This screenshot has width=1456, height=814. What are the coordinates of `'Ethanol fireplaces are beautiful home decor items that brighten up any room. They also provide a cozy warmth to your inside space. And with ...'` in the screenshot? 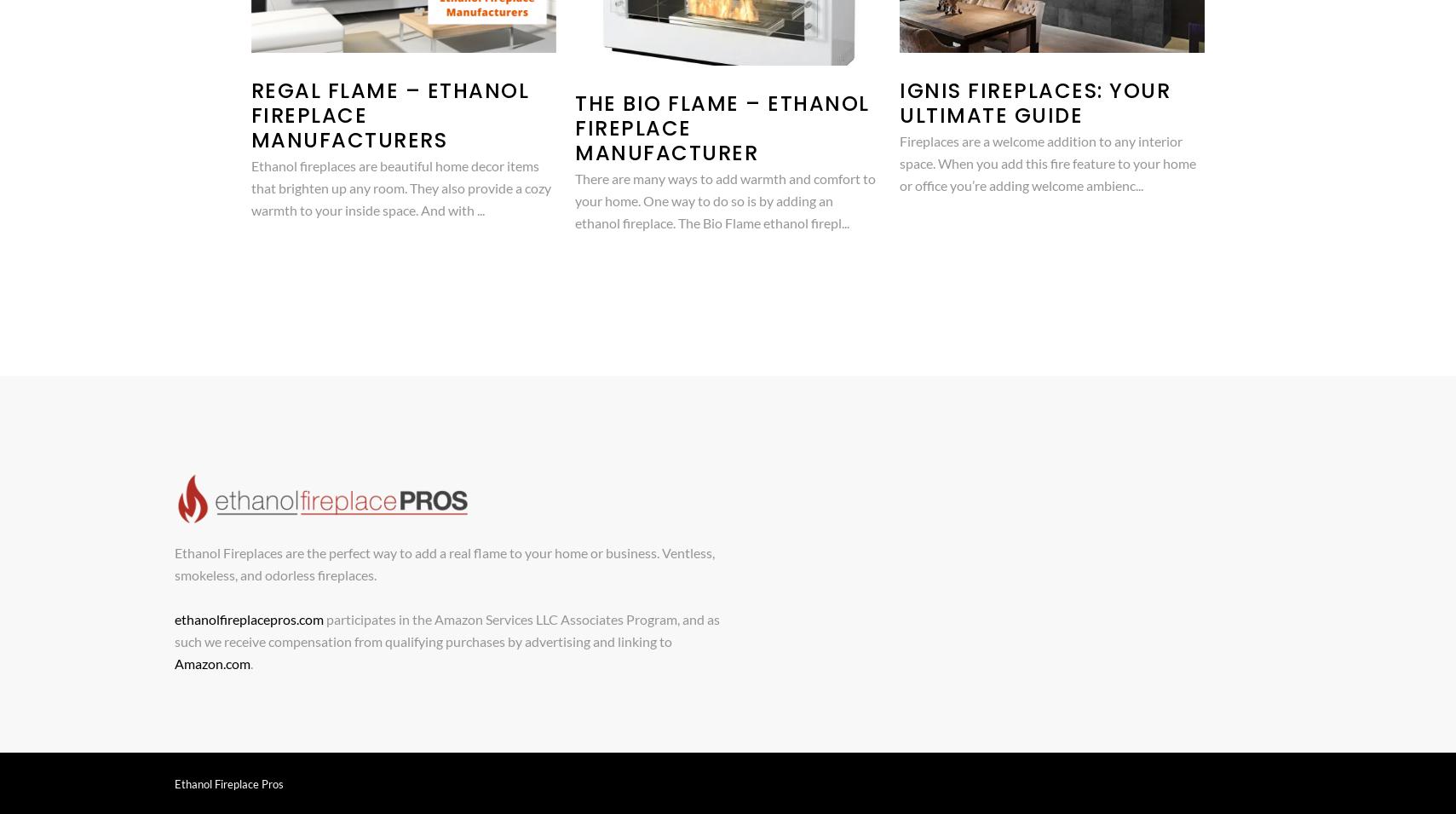 It's located at (399, 187).